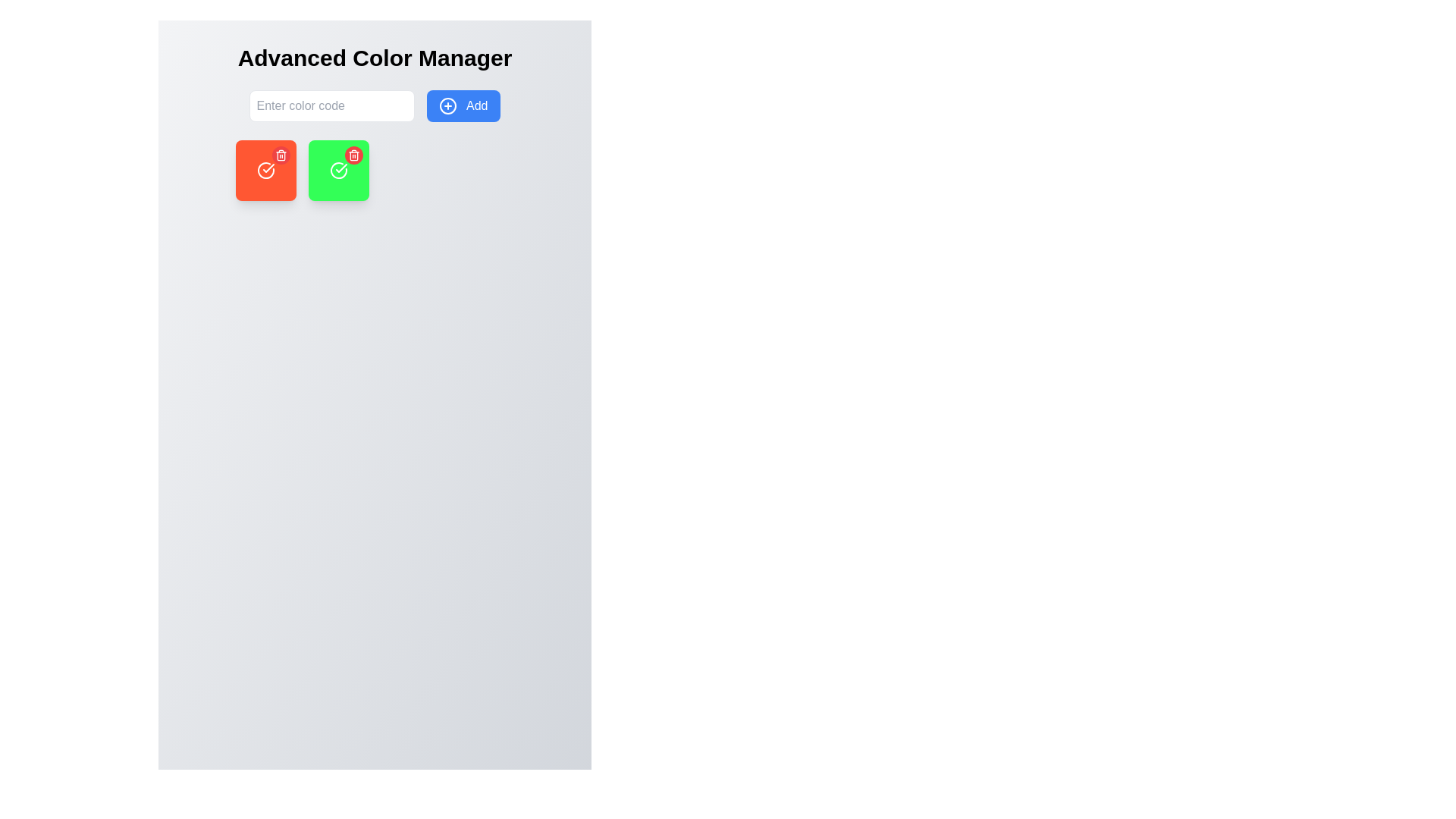  What do you see at coordinates (463, 105) in the screenshot?
I see `the 'Add' button located at the top-right corner of the section, which has a blue background, white text, and a plus icon` at bounding box center [463, 105].